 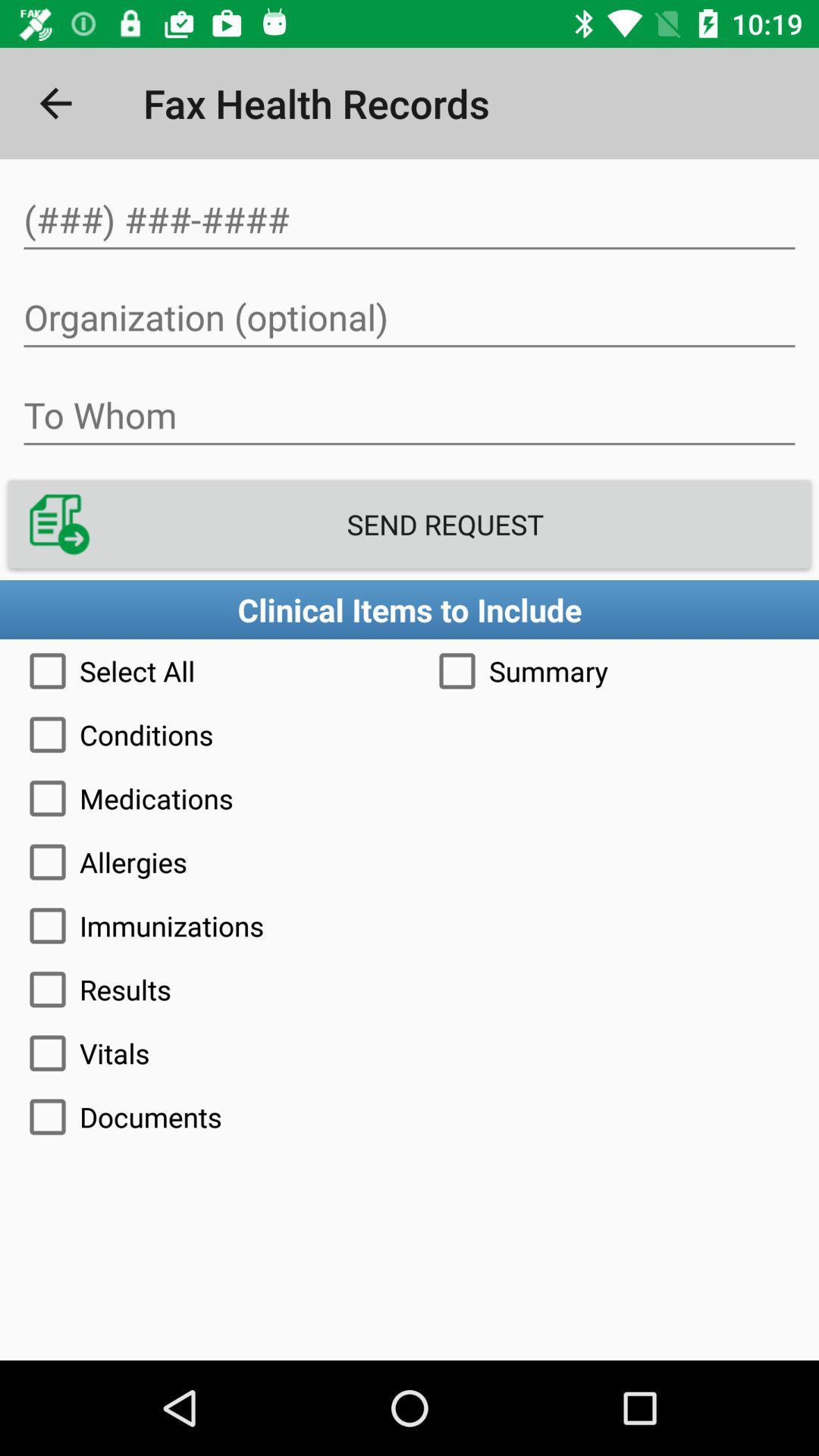 What do you see at coordinates (614, 670) in the screenshot?
I see `item below clinical items to icon` at bounding box center [614, 670].